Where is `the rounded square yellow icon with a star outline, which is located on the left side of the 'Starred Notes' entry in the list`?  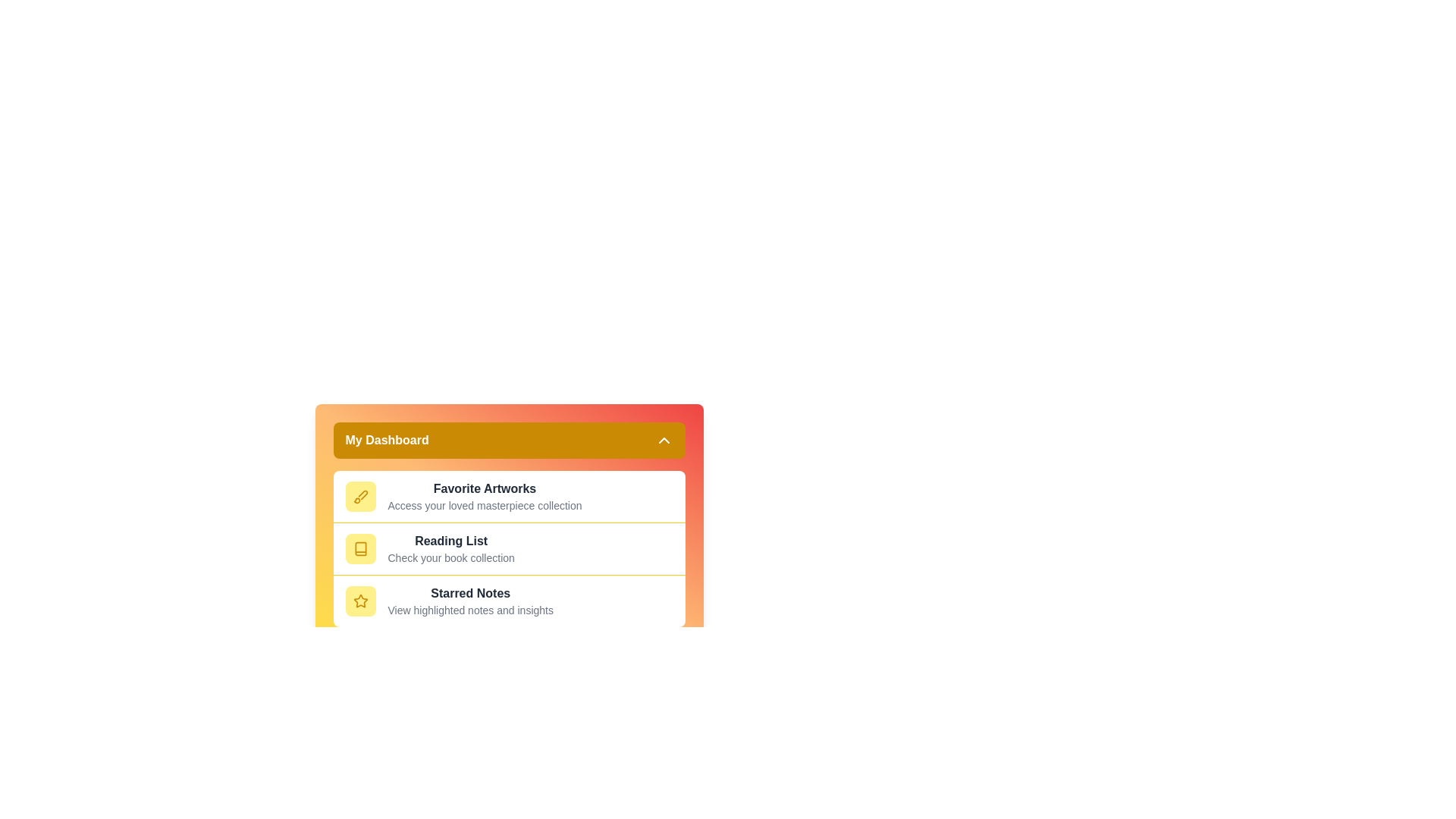 the rounded square yellow icon with a star outline, which is located on the left side of the 'Starred Notes' entry in the list is located at coordinates (359, 601).